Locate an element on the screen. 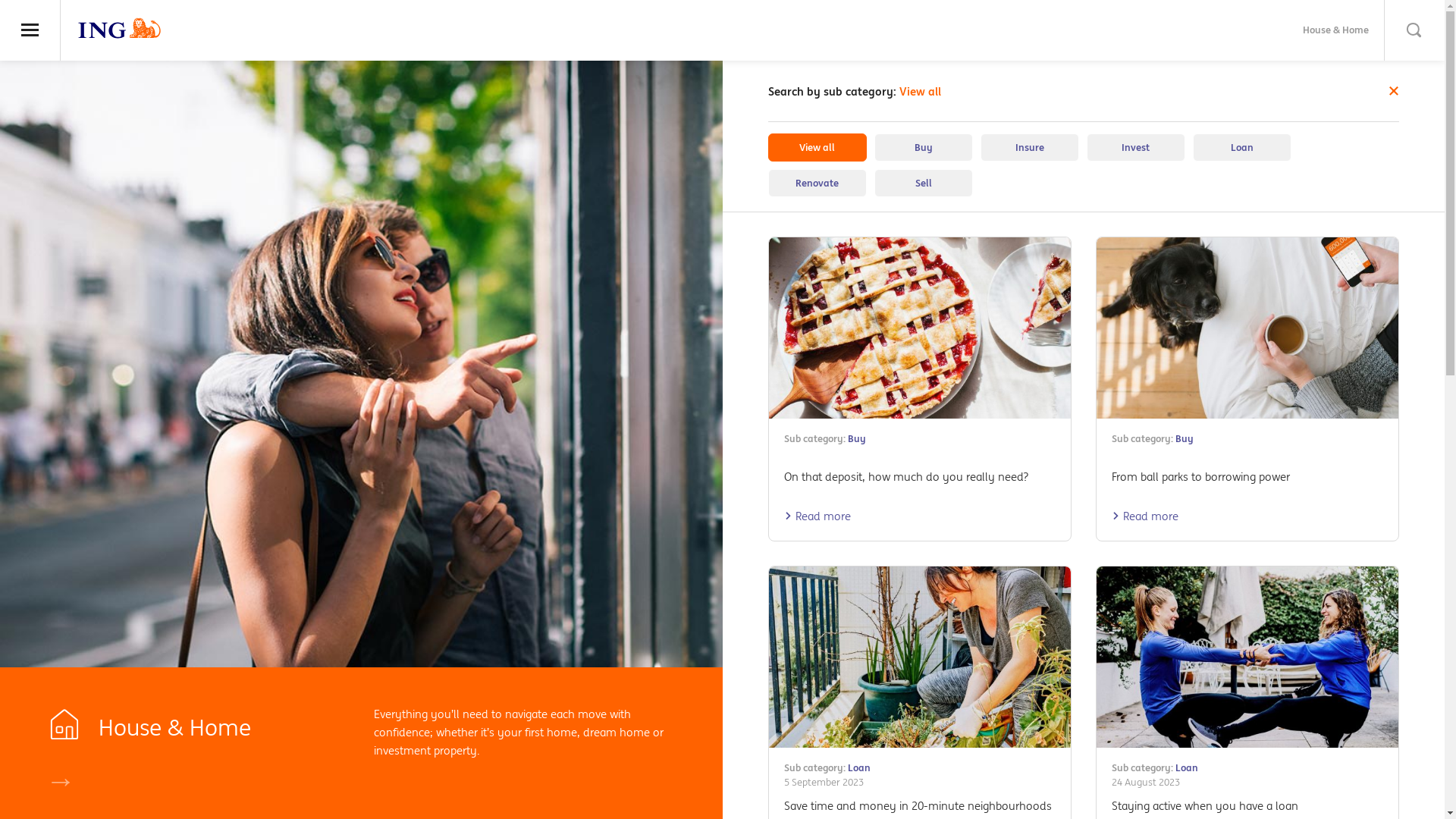 This screenshot has height=819, width=1456. 'Read more' is located at coordinates (817, 515).